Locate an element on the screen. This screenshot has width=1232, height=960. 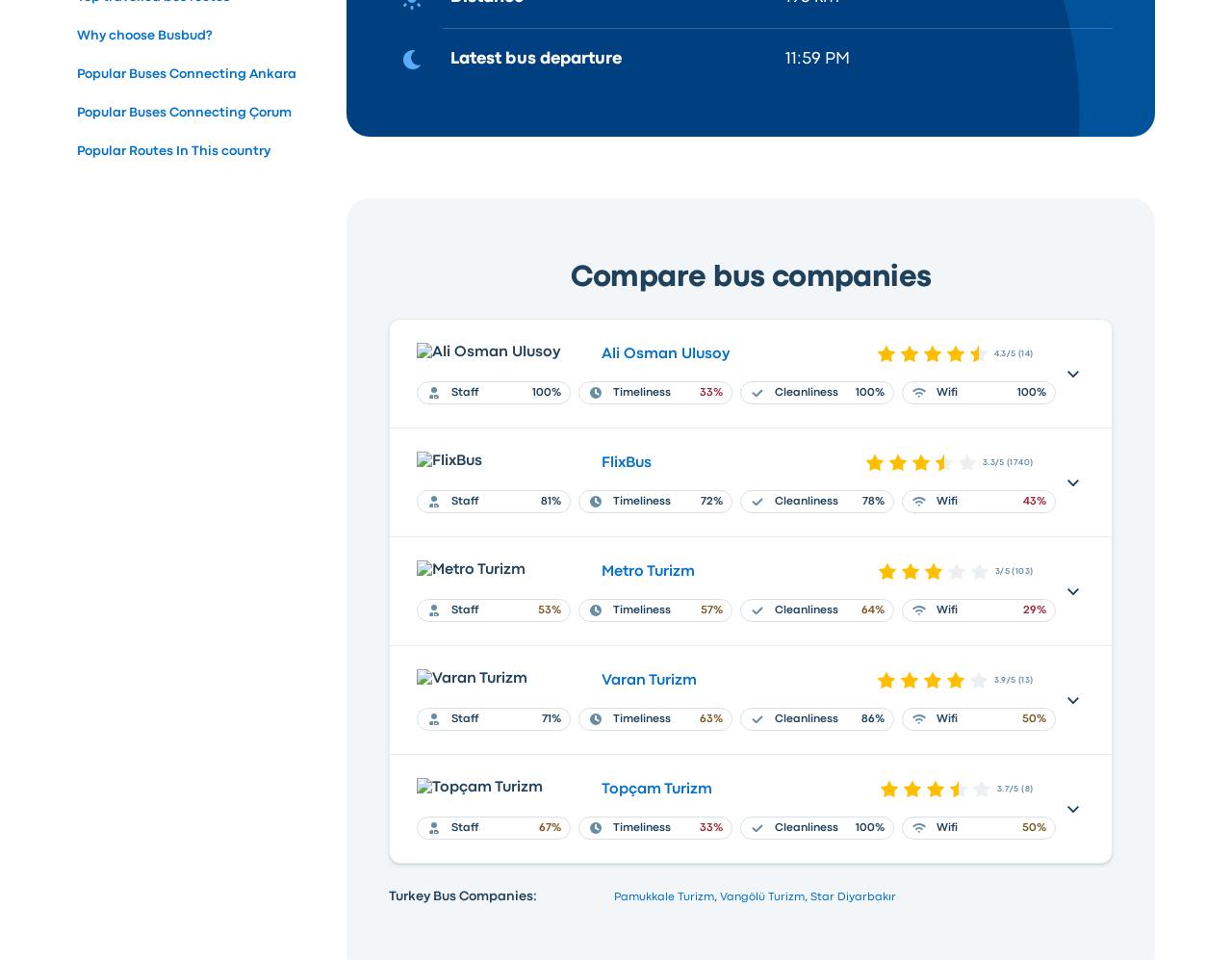
'81' is located at coordinates (539, 500).